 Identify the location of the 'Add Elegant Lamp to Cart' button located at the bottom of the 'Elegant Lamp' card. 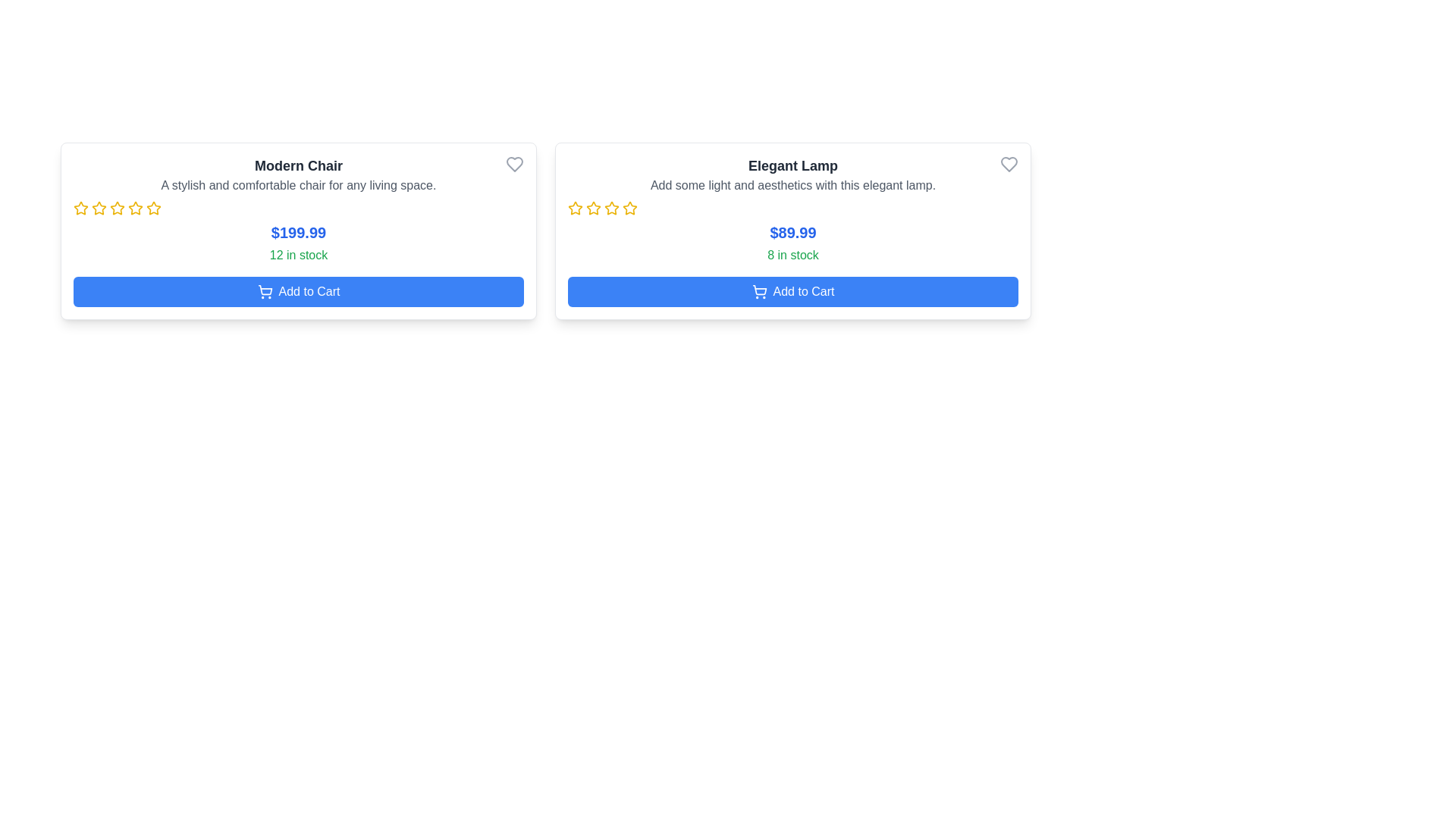
(792, 292).